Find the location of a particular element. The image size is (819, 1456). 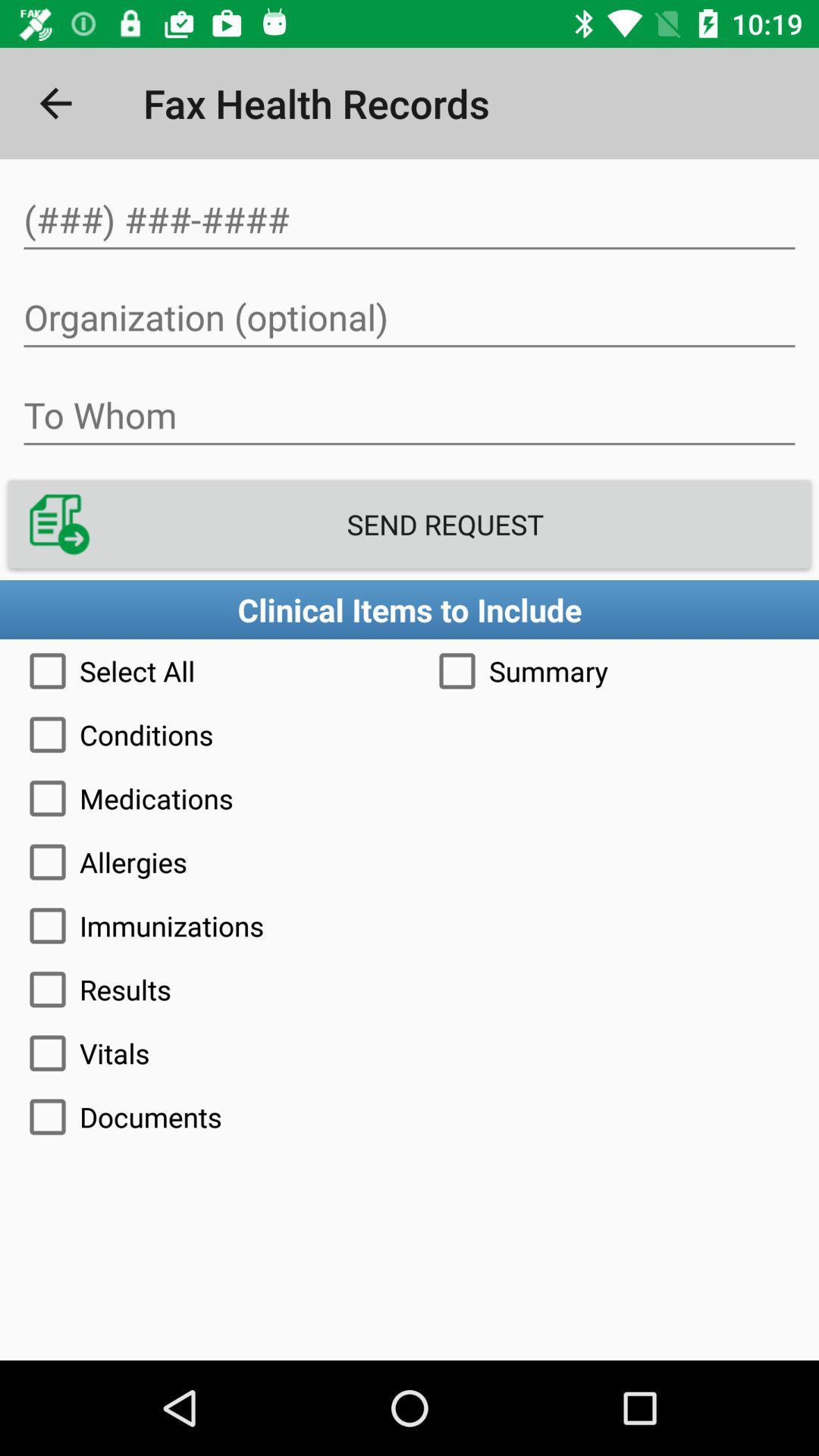

the item below the immunizations is located at coordinates (409, 990).